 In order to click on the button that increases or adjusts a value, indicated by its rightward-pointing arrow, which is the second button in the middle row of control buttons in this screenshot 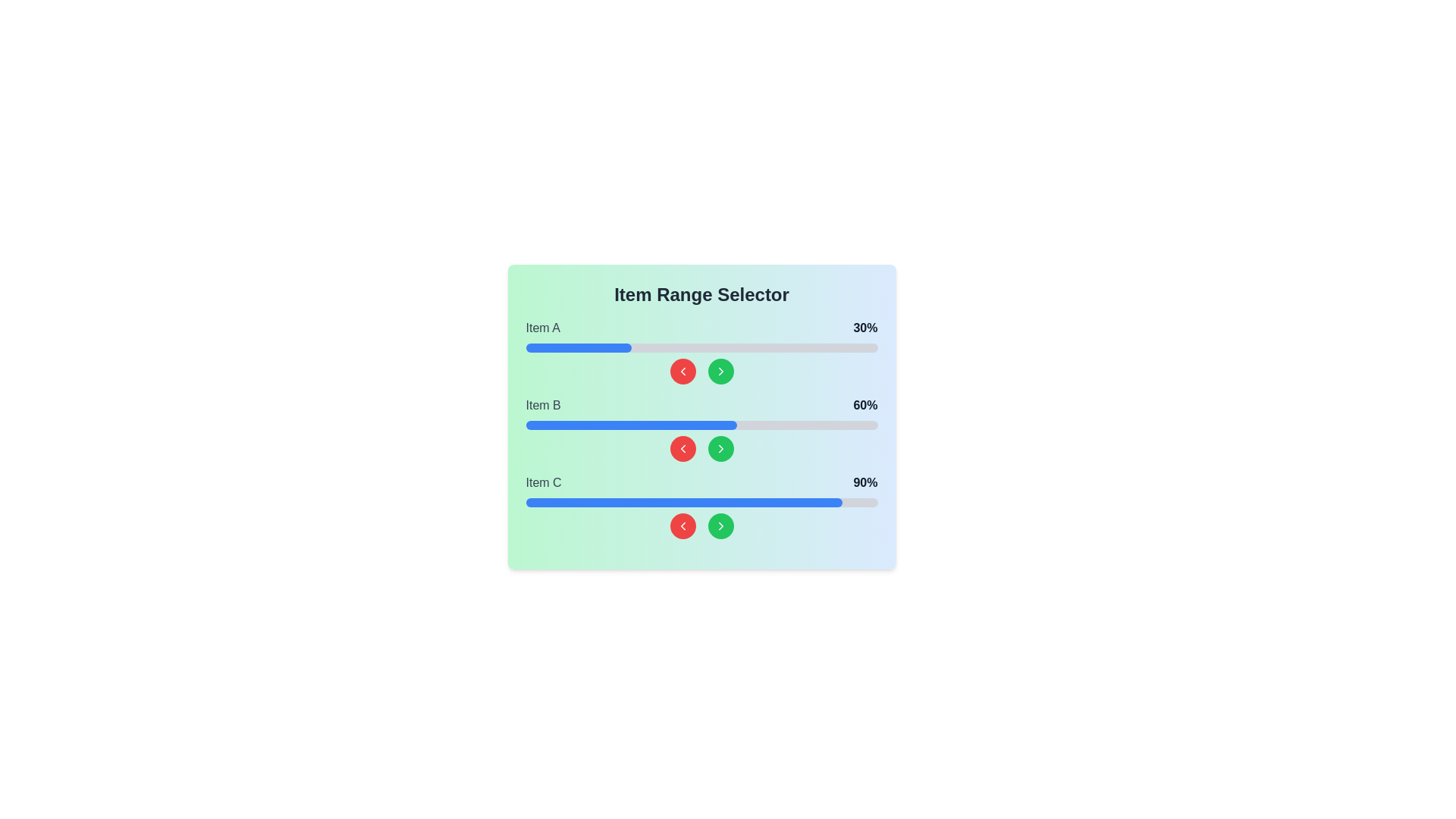, I will do `click(720, 371)`.